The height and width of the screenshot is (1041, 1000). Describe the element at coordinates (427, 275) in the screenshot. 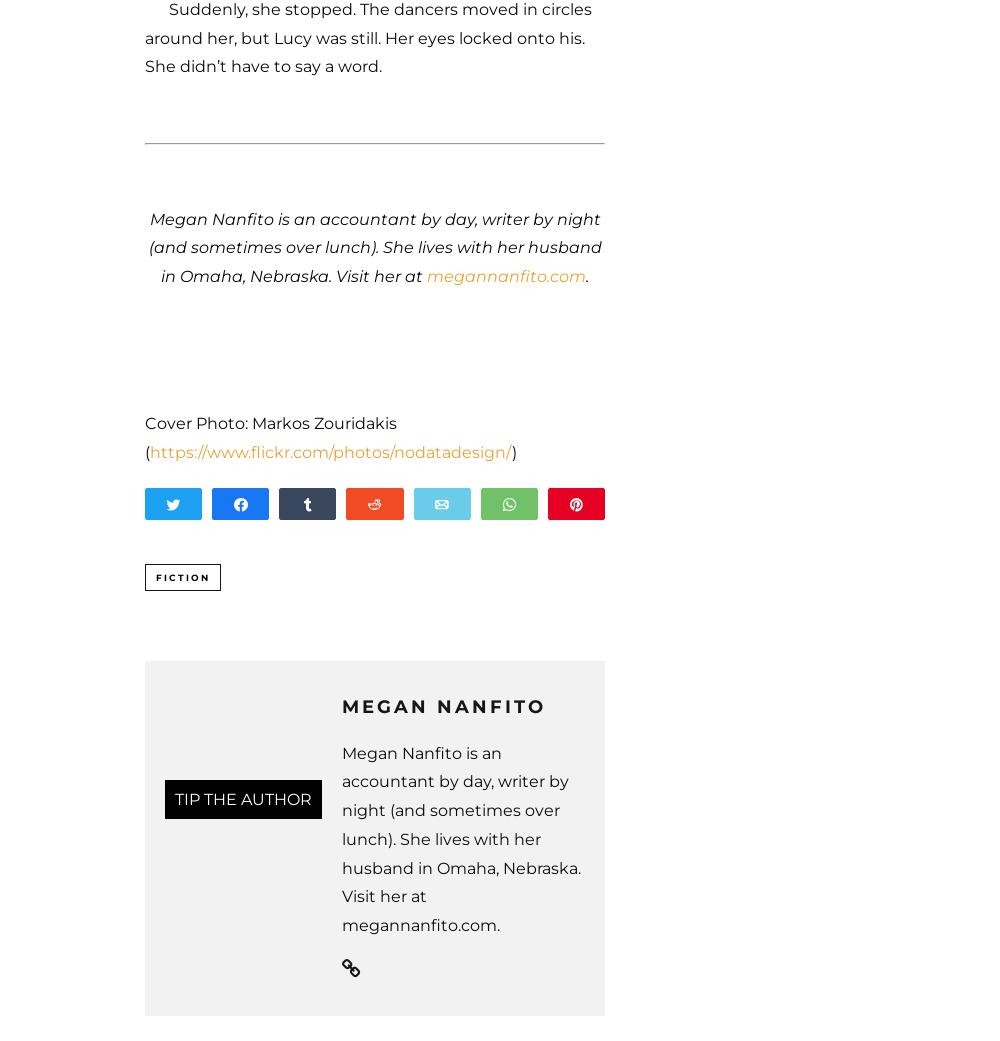

I see `'megannanfito.com'` at that location.